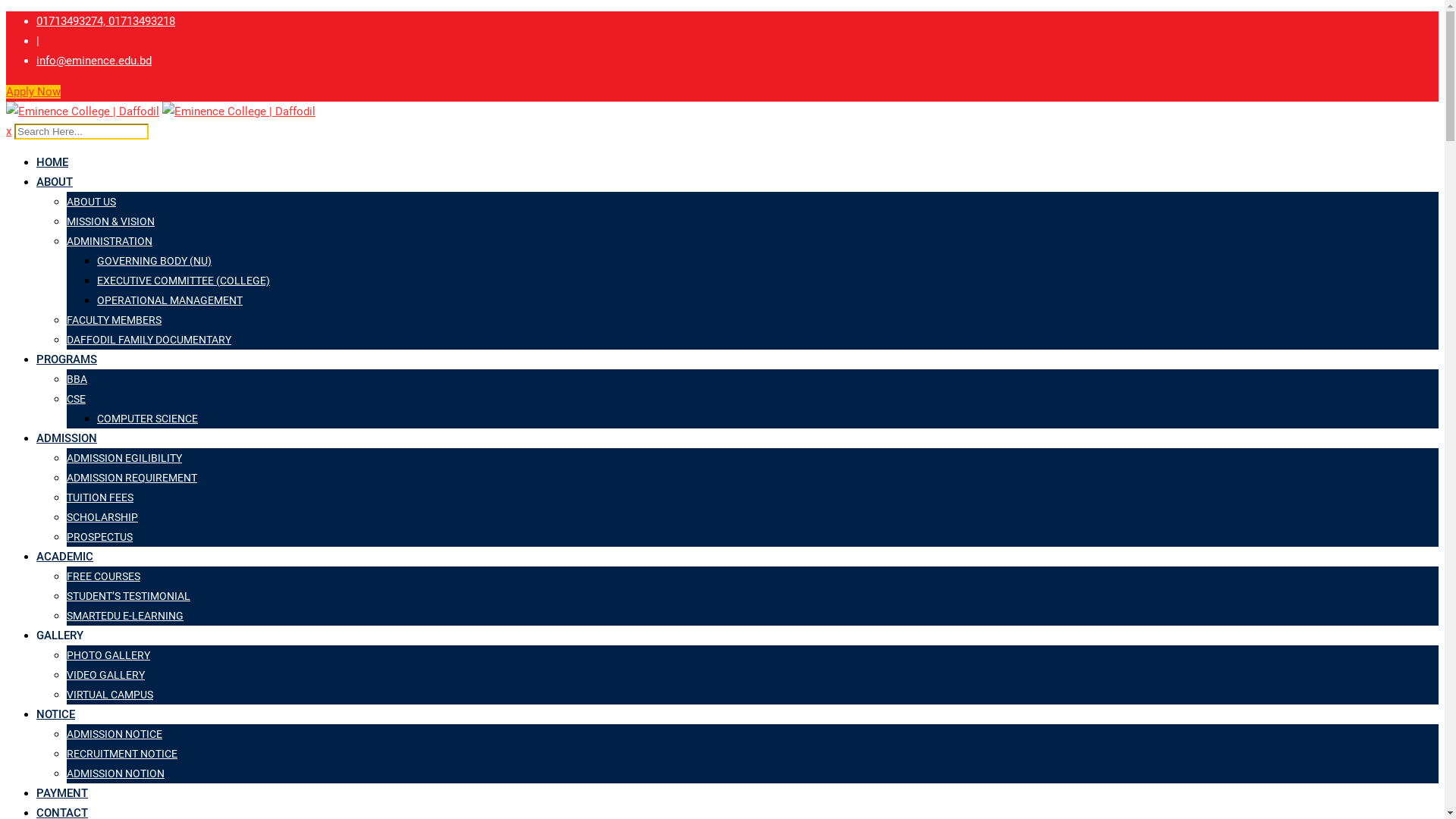 The image size is (1456, 819). What do you see at coordinates (108, 654) in the screenshot?
I see `'PHOTO GALLERY'` at bounding box center [108, 654].